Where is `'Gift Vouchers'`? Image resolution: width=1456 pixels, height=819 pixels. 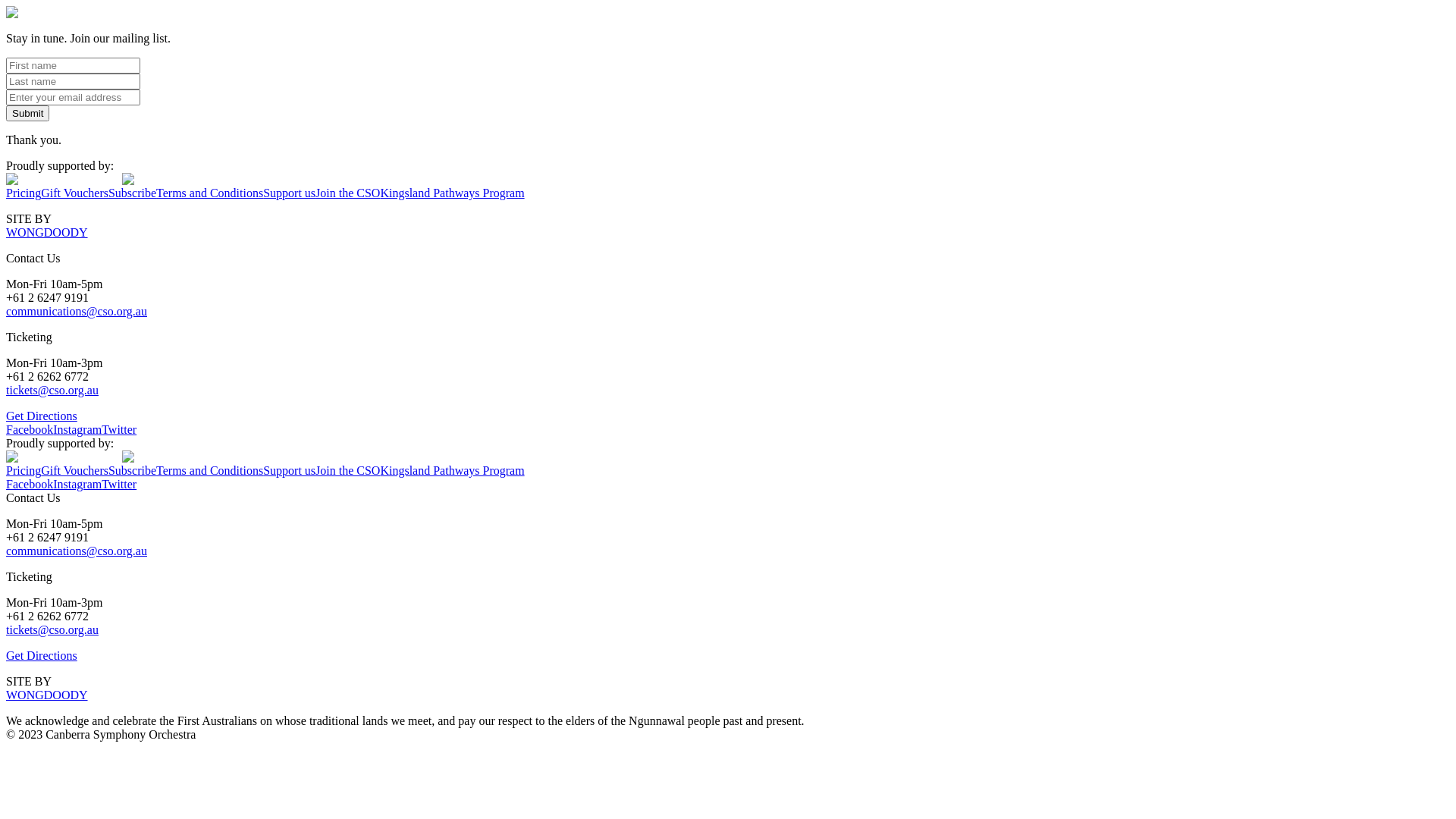
'Gift Vouchers' is located at coordinates (74, 469).